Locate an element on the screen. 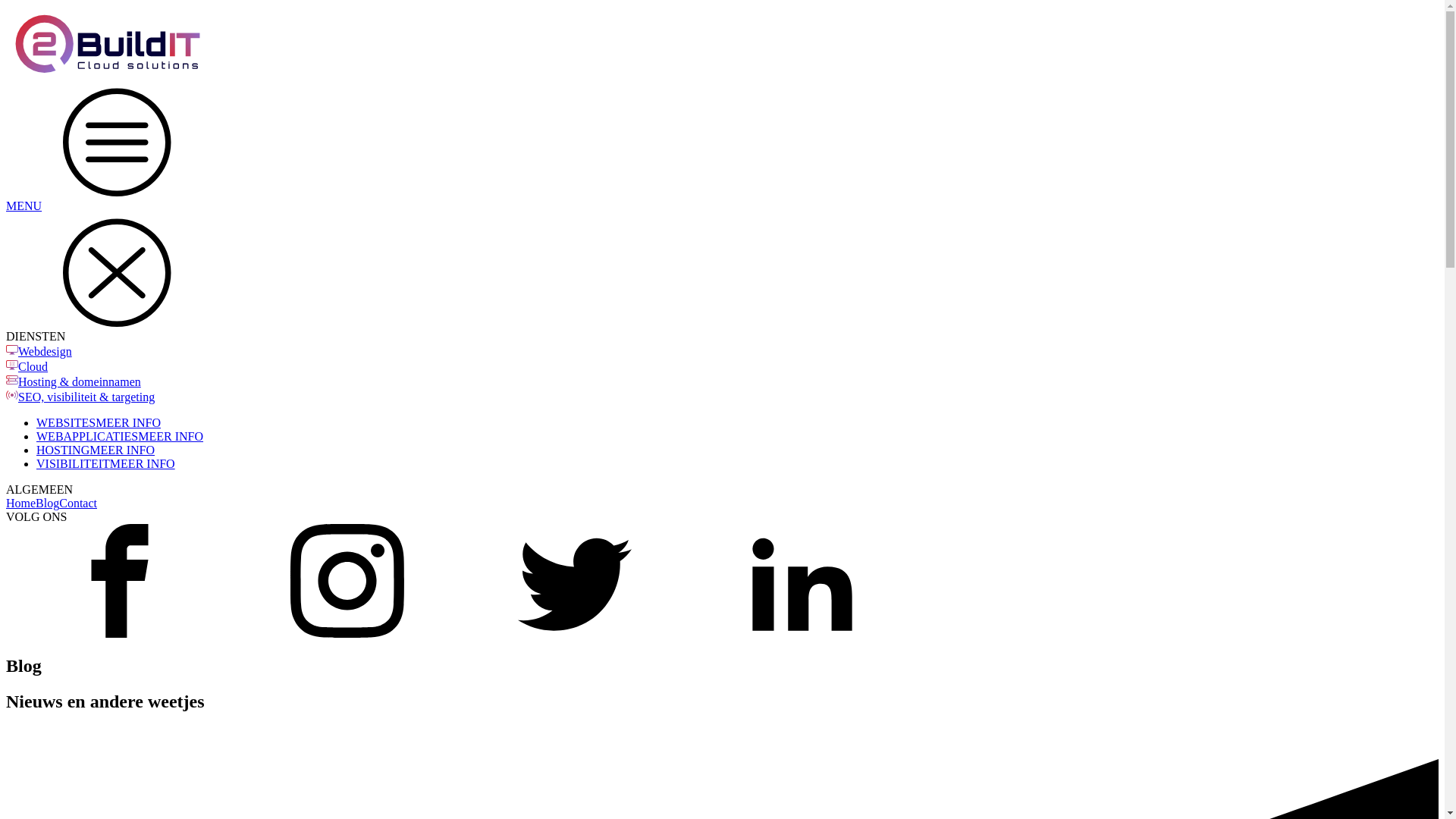  'Cloud' is located at coordinates (33, 366).